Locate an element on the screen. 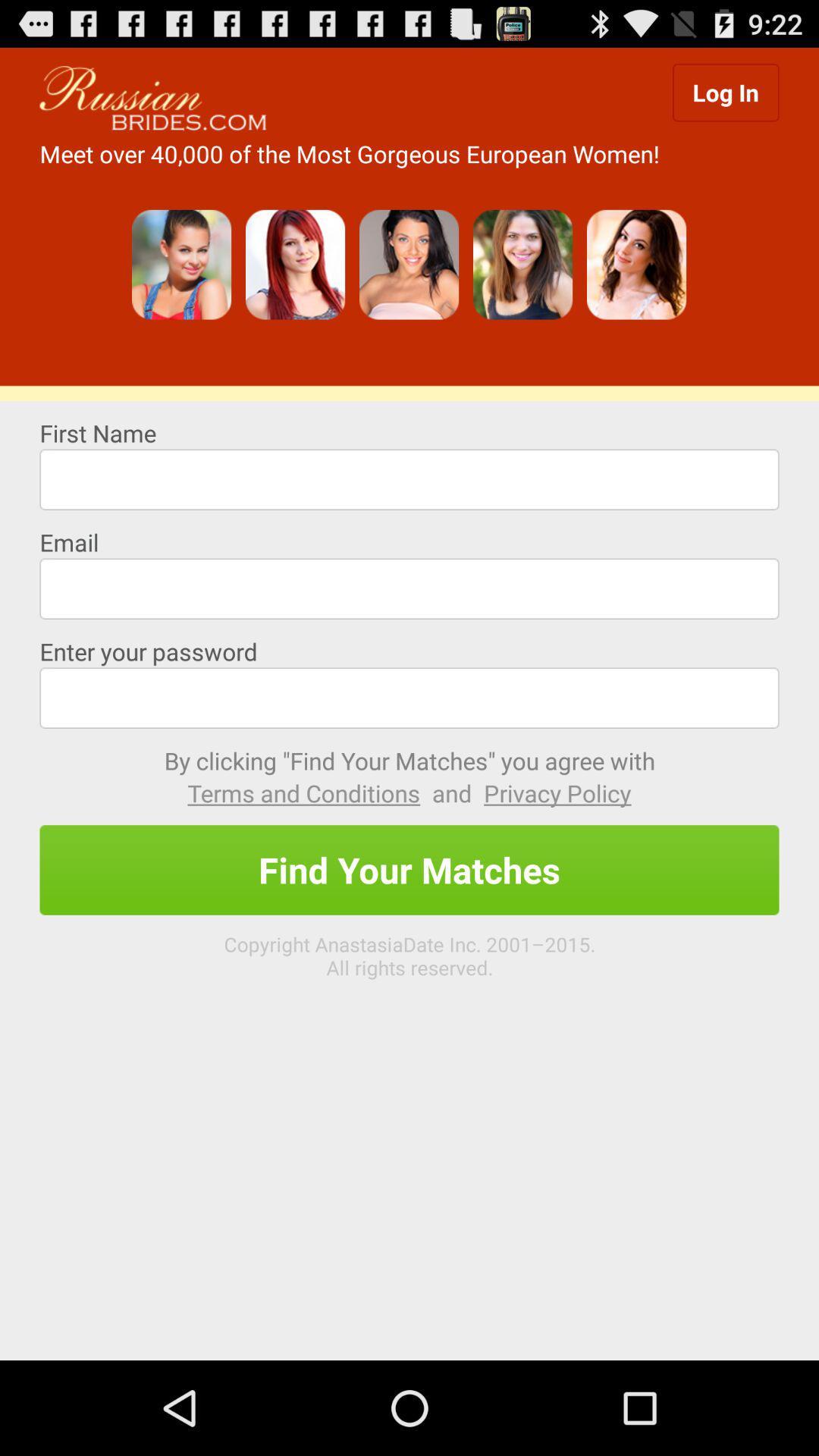 This screenshot has height=1456, width=819. text box is located at coordinates (409, 697).